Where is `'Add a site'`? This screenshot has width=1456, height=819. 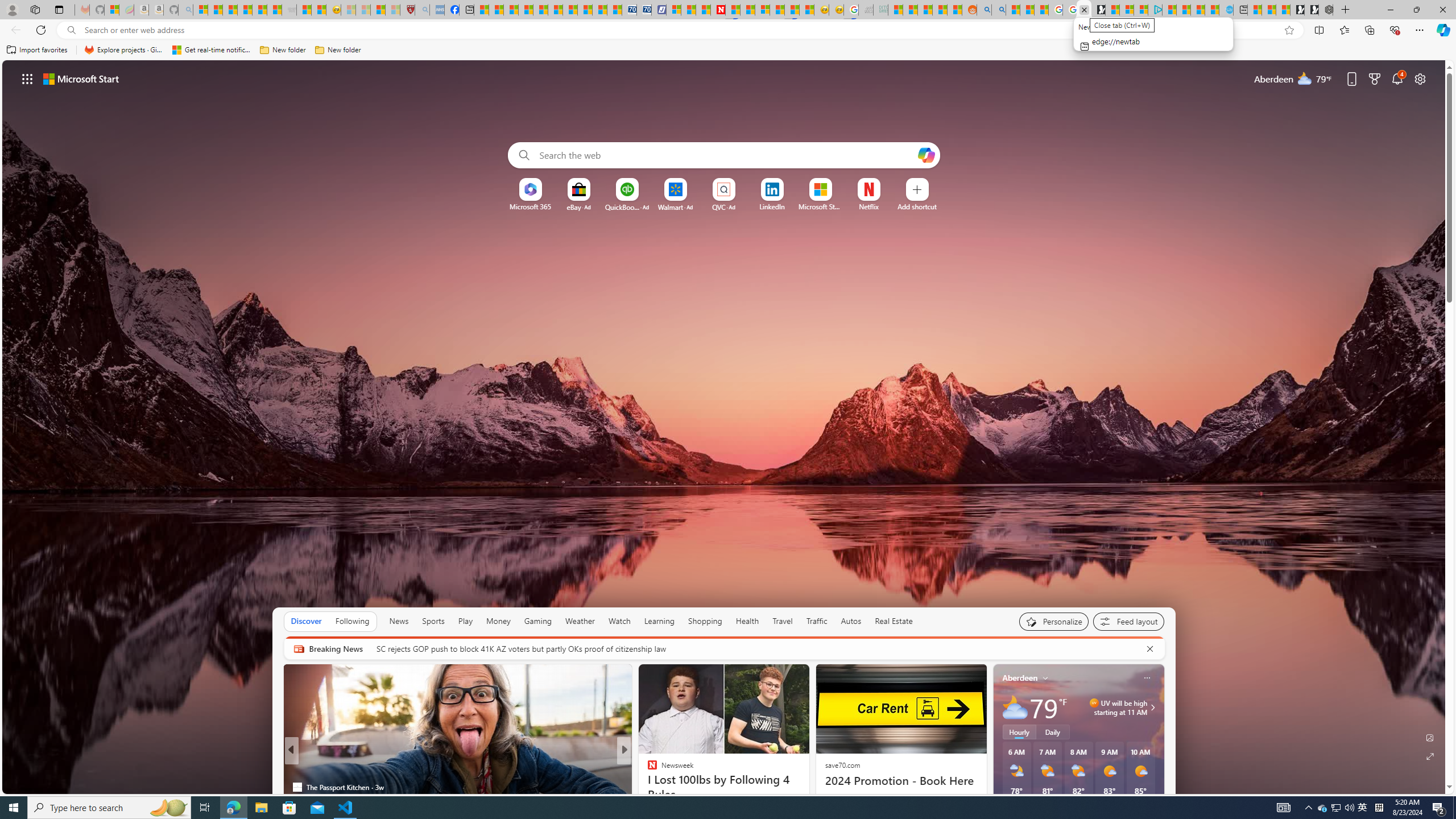 'Add a site' is located at coordinates (916, 206).